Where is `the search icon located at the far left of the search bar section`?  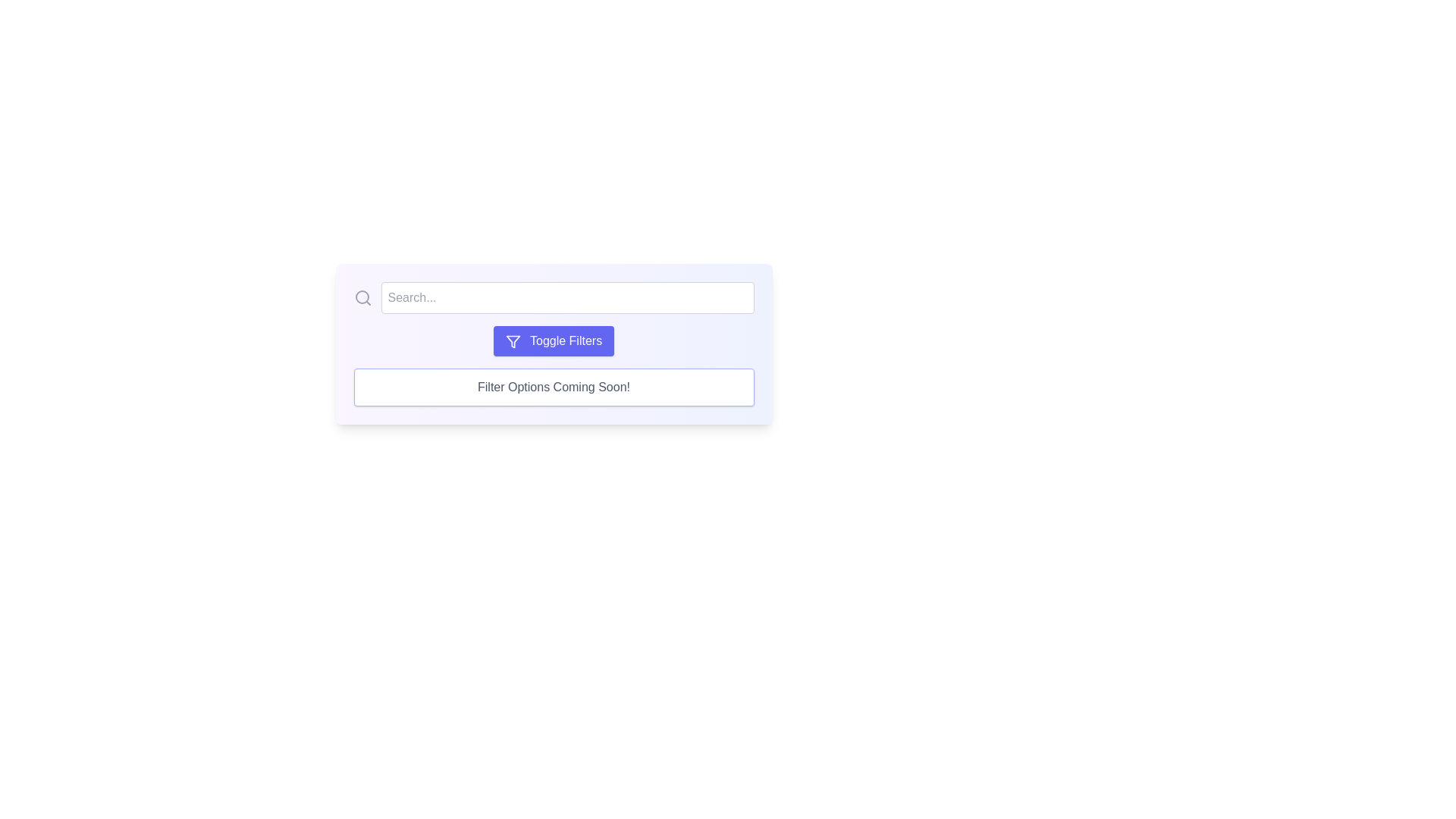 the search icon located at the far left of the search bar section is located at coordinates (362, 298).